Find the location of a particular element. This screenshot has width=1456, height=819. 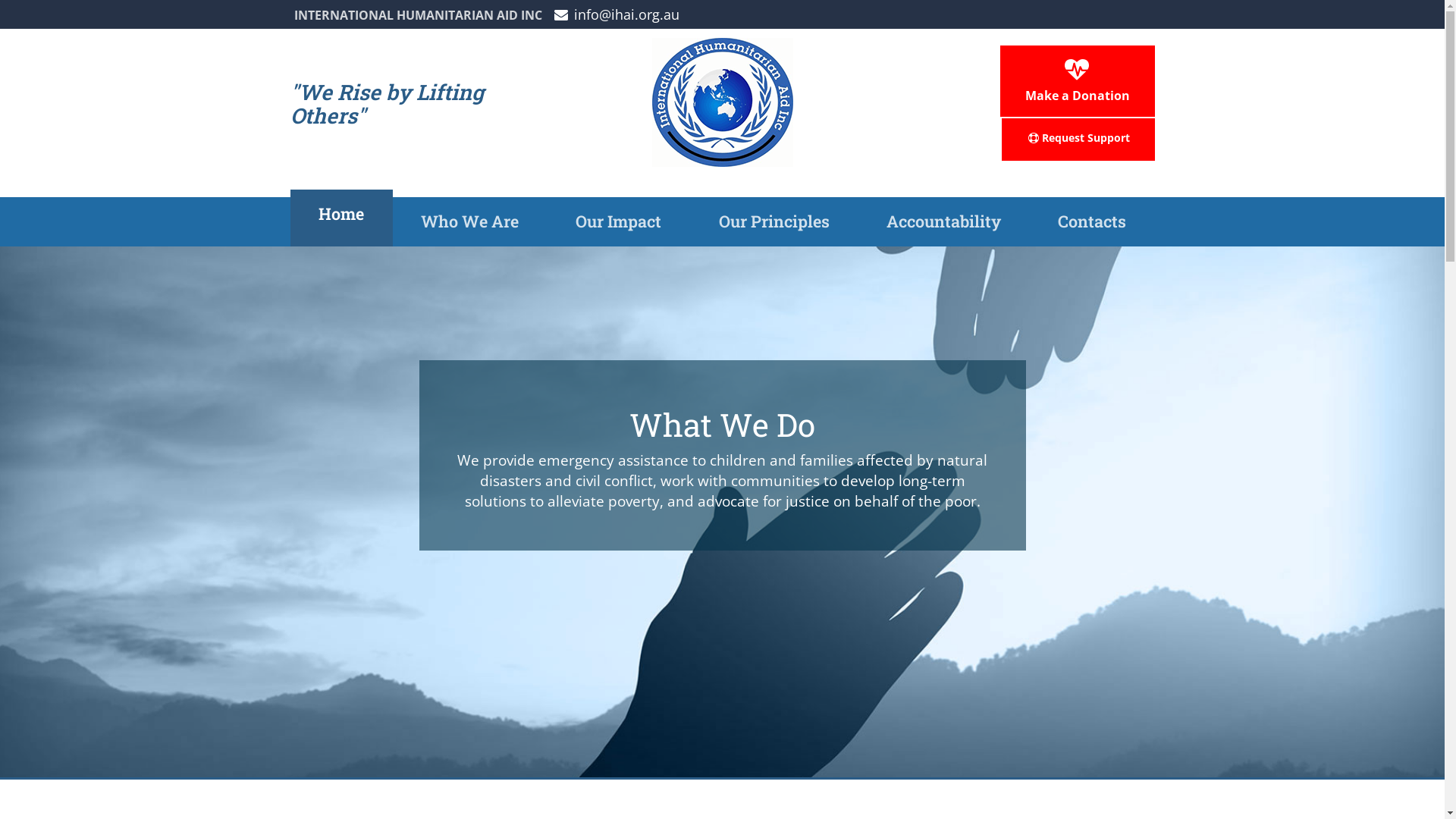

'Accountability' is located at coordinates (942, 221).